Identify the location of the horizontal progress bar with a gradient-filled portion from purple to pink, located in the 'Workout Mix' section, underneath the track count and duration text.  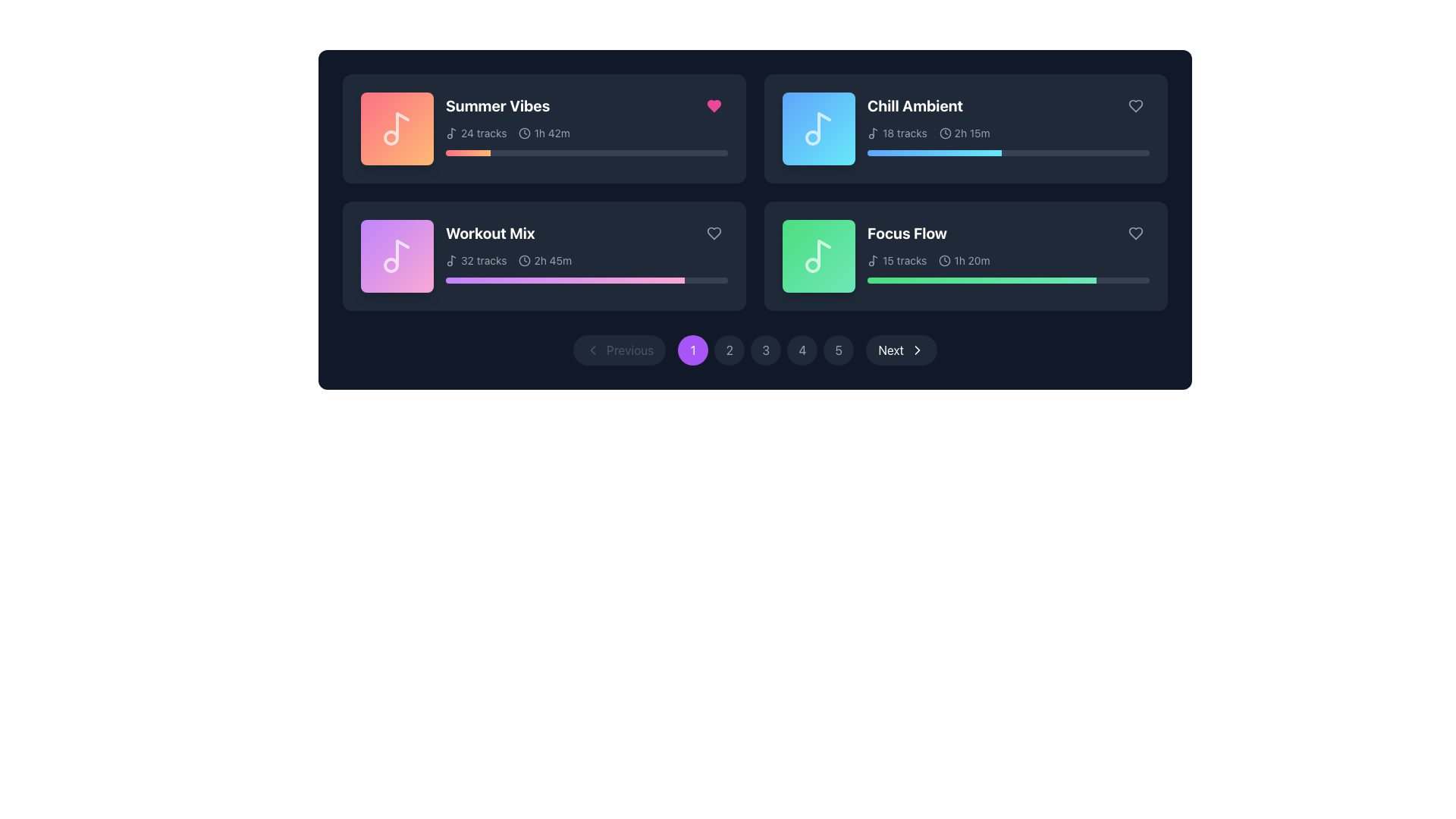
(585, 281).